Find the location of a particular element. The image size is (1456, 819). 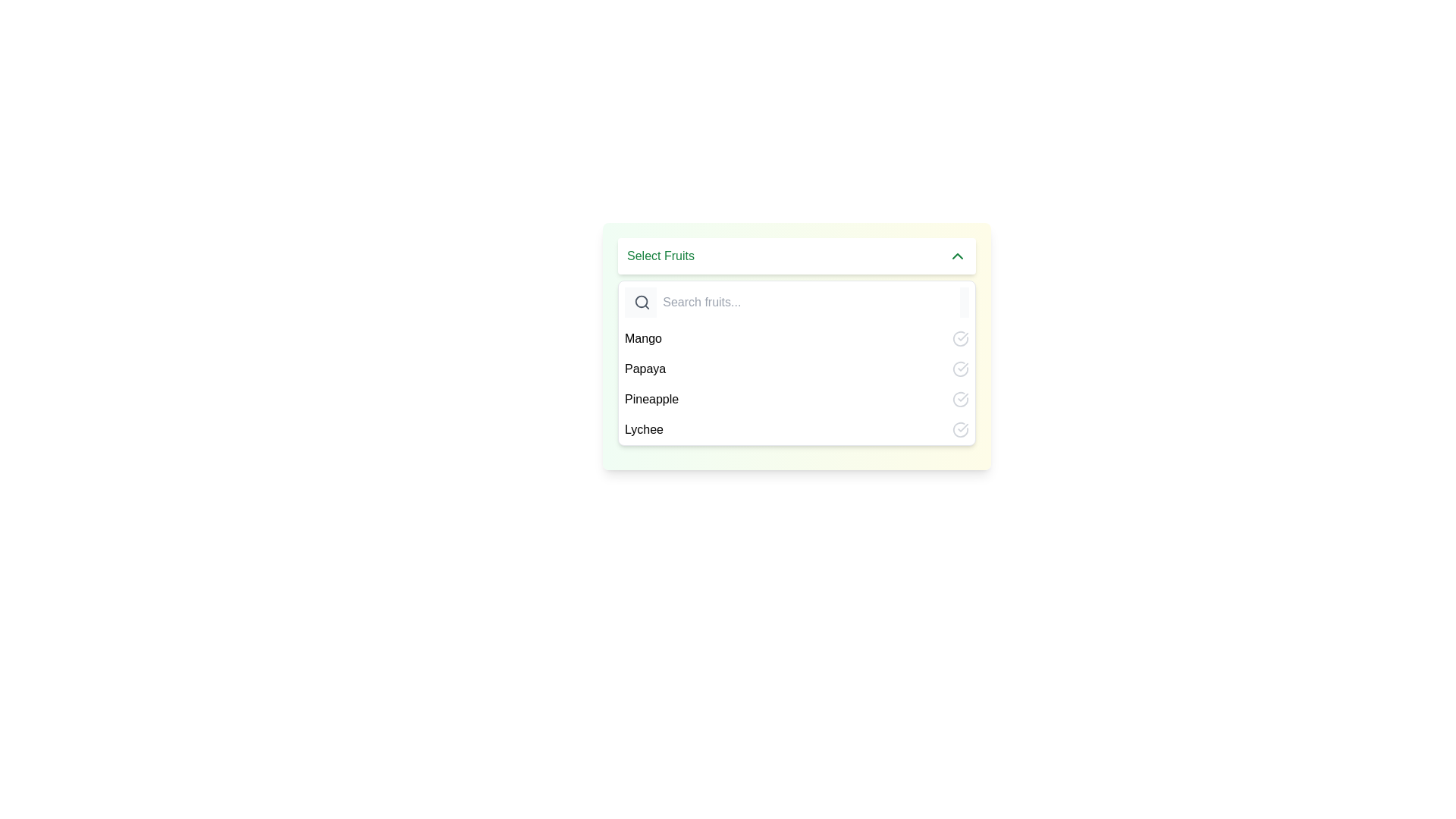

the selection status icon for the 'Pineapple' item located on the far right within the dropdown list in the 'Select Fruits' section is located at coordinates (960, 399).